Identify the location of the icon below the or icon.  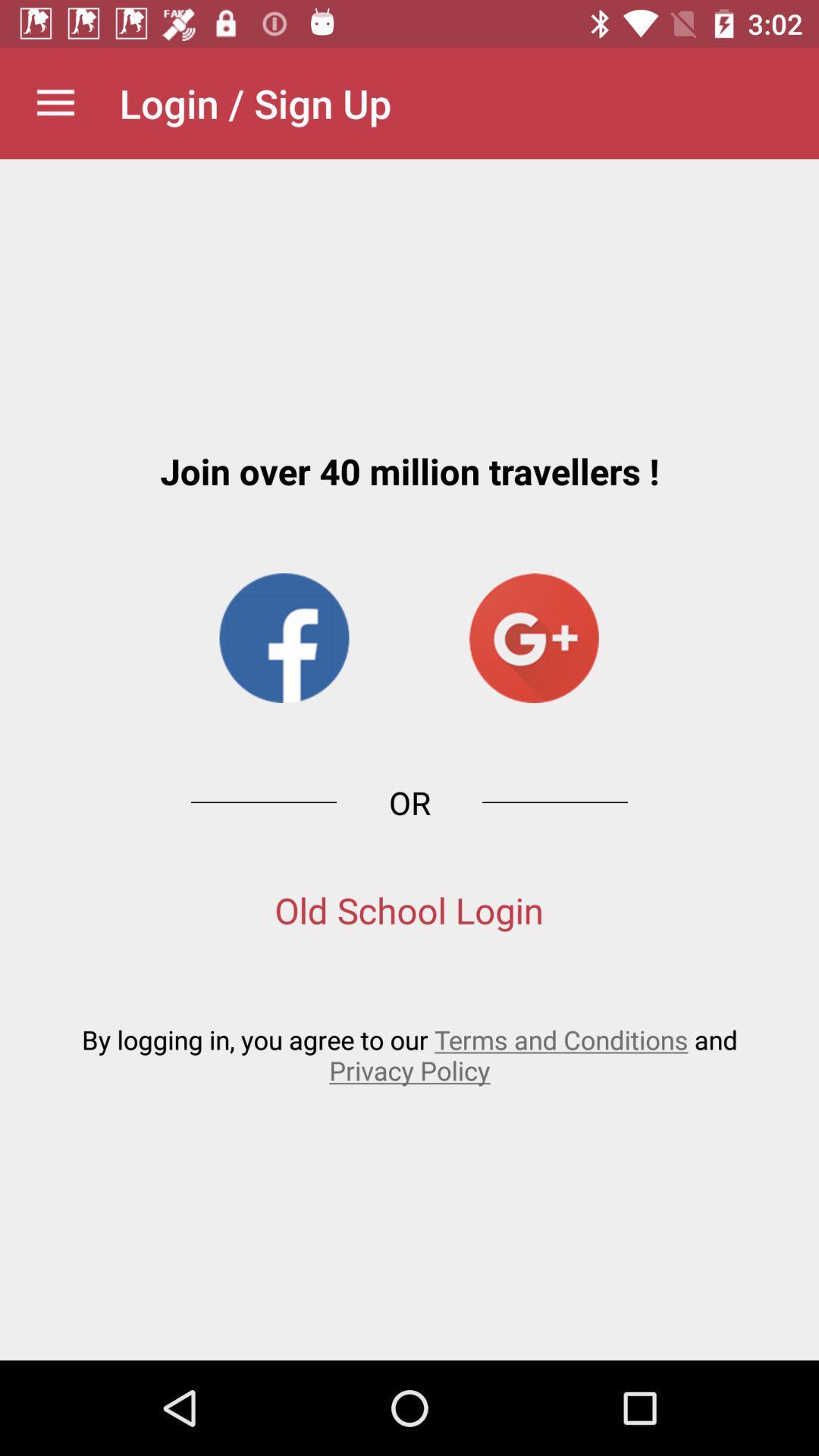
(408, 910).